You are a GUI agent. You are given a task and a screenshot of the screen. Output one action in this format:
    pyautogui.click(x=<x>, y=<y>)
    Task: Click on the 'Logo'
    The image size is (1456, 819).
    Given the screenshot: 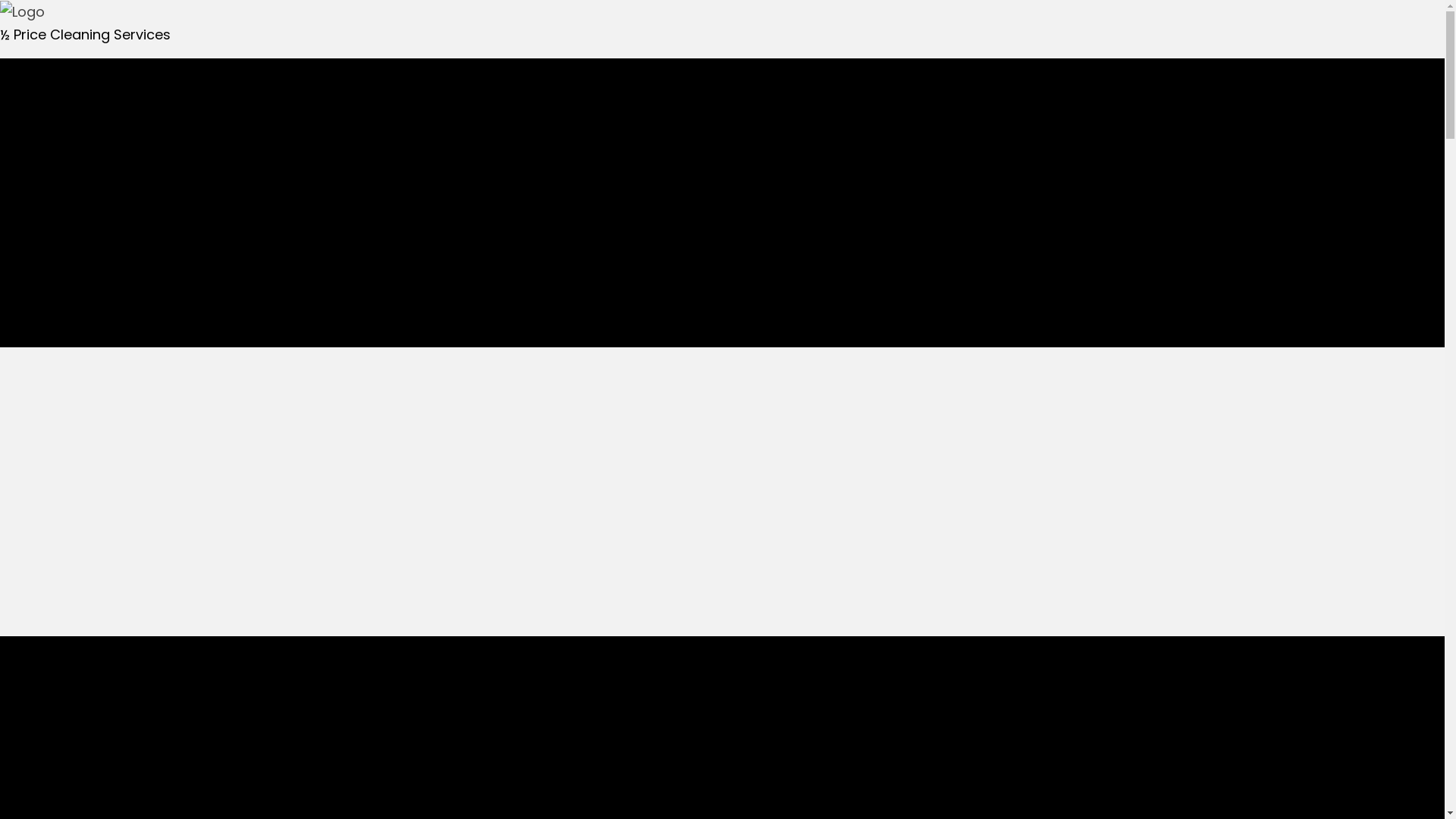 What is the action you would take?
    pyautogui.click(x=0, y=11)
    